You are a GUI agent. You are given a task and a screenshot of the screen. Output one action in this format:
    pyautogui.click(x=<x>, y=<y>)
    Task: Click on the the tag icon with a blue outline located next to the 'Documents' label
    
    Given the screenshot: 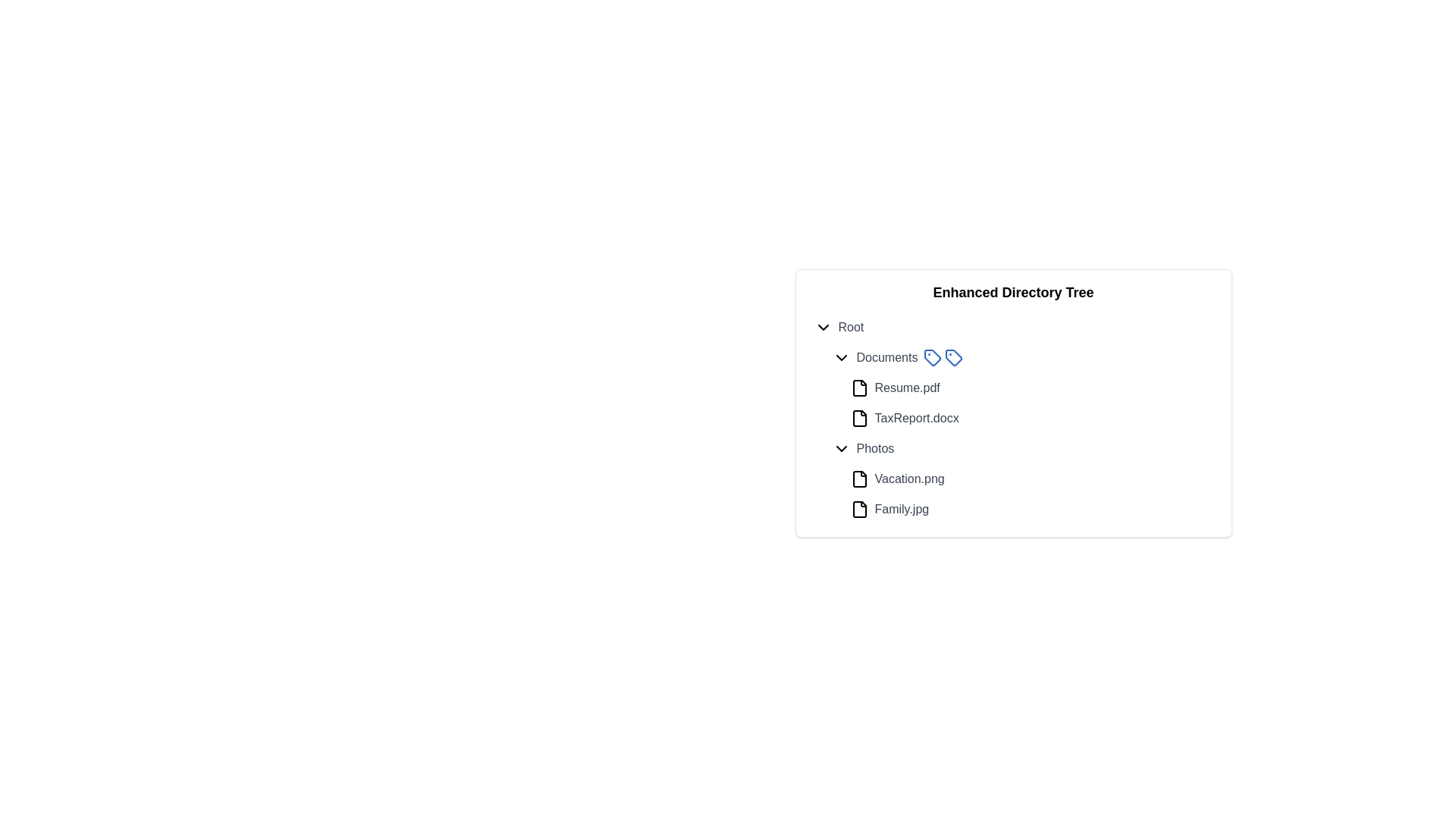 What is the action you would take?
    pyautogui.click(x=953, y=357)
    